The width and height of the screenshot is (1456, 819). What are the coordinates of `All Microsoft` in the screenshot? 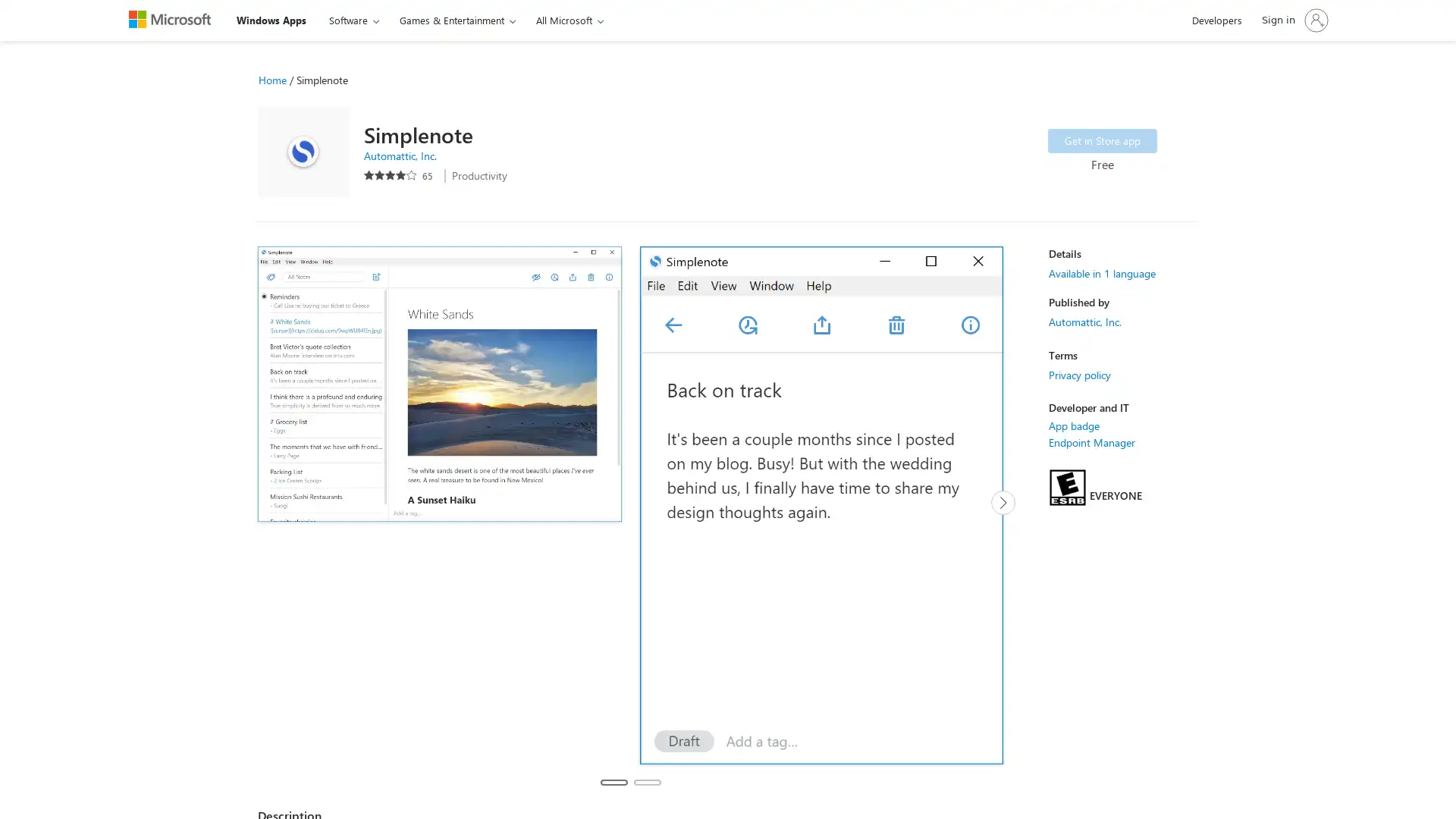 It's located at (568, 20).